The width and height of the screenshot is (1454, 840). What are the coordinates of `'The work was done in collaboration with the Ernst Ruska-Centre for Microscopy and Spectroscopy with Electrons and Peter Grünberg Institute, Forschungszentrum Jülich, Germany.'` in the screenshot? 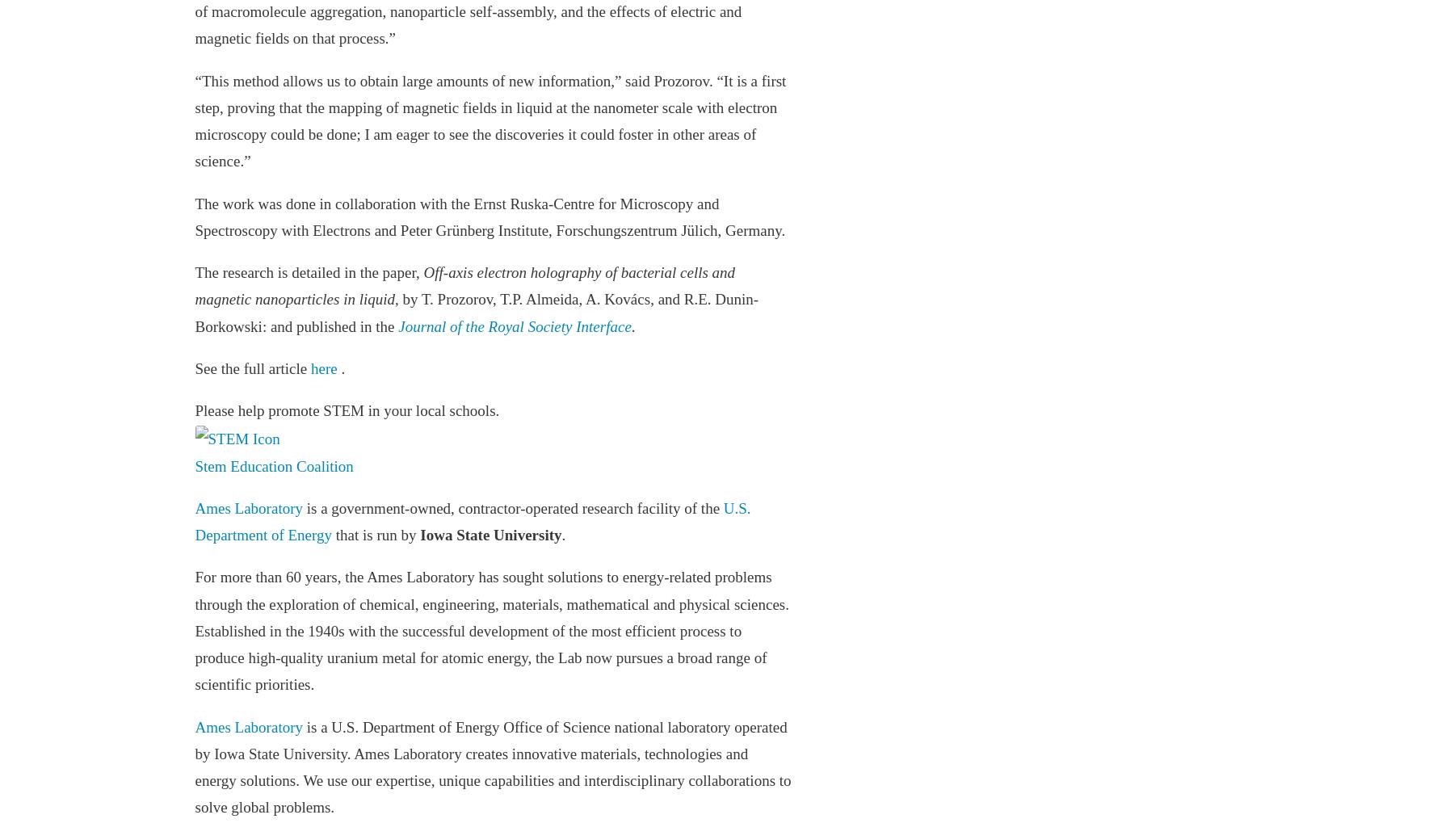 It's located at (490, 216).